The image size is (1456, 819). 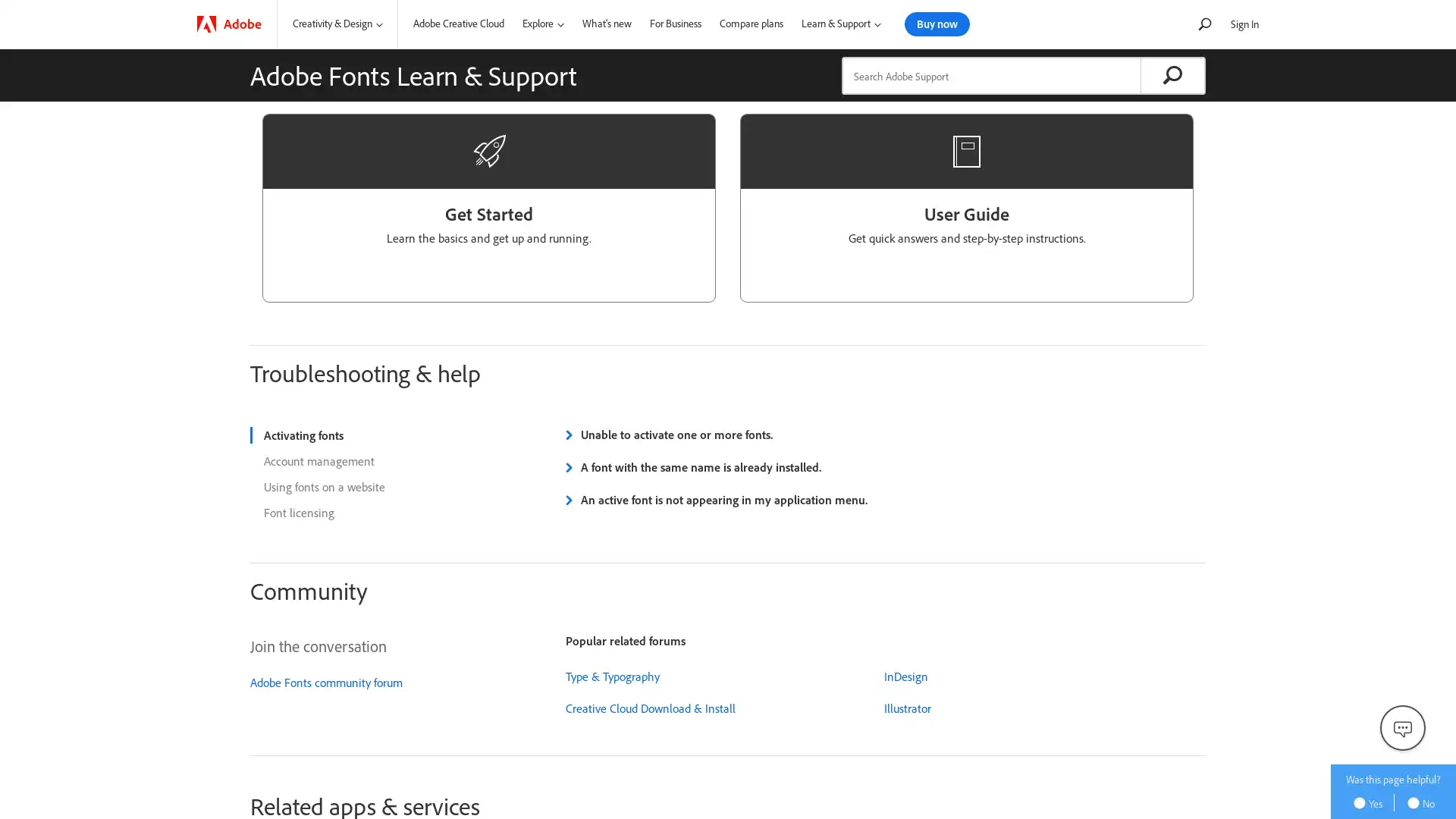 I want to click on Using fonts on a website, so click(x=378, y=486).